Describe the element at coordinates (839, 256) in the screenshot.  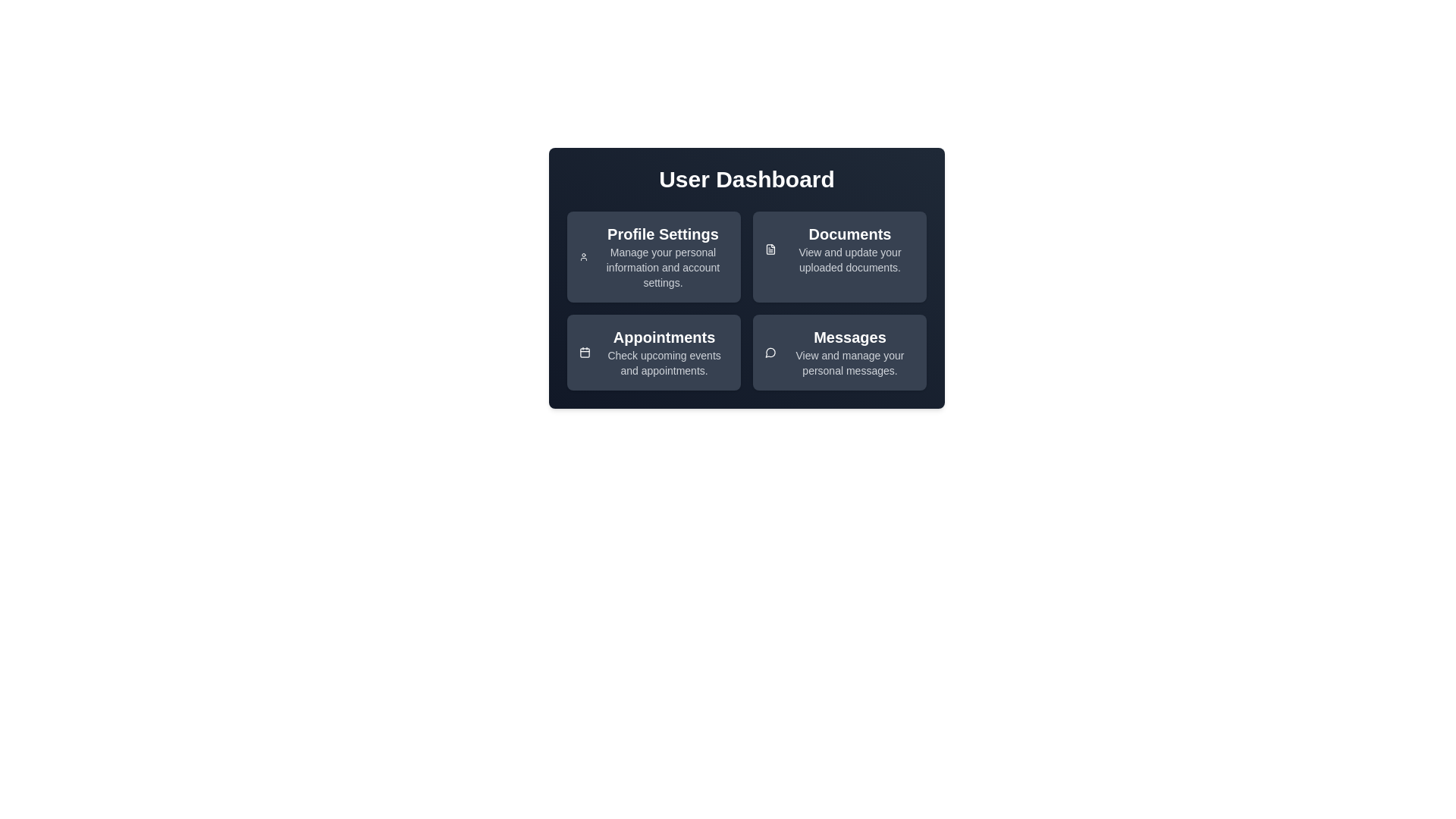
I see `the 'Documents' card to view and manage your documents` at that location.